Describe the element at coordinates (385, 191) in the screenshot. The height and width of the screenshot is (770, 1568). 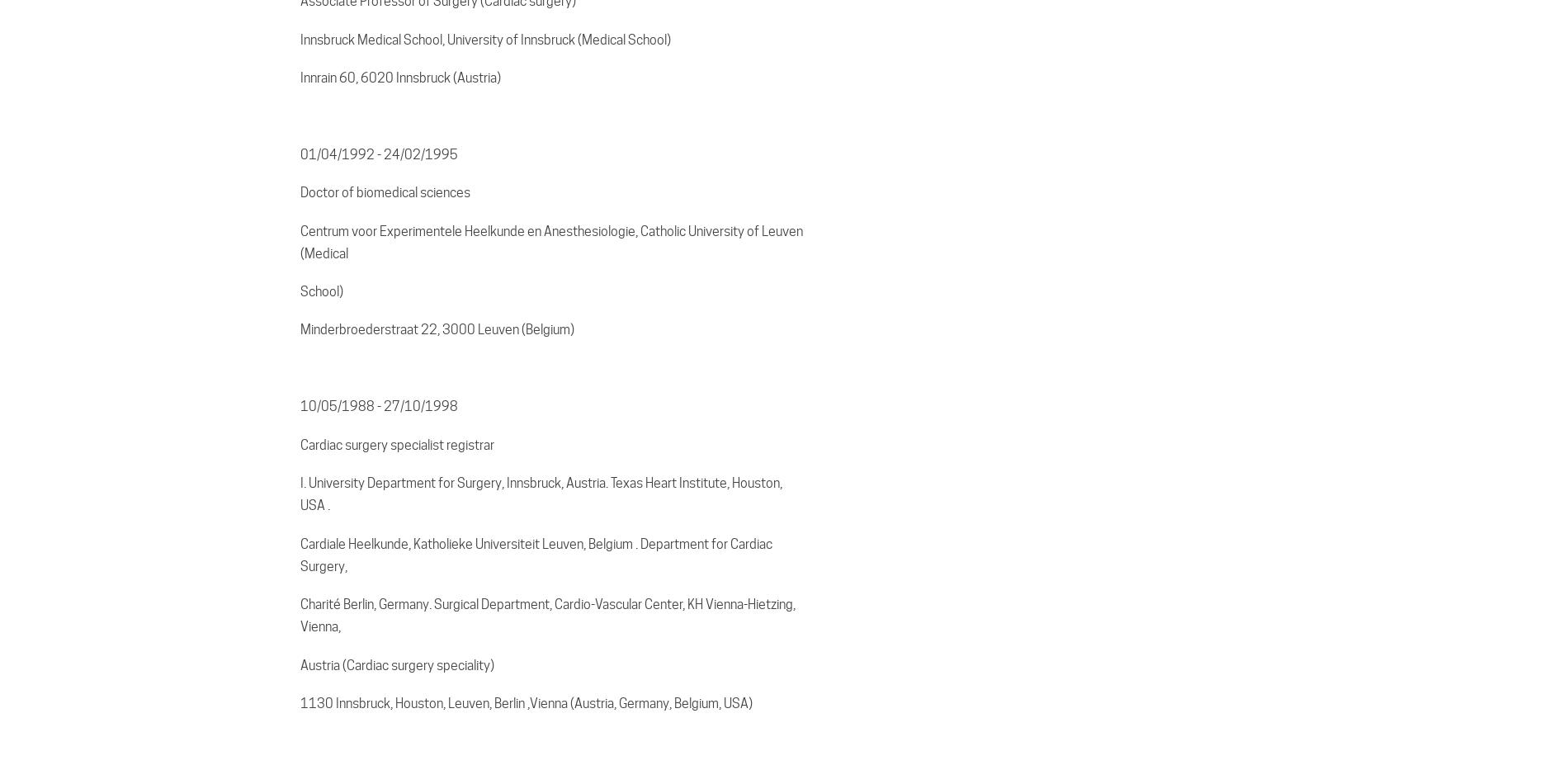
I see `'Doctor of biomedical sciences'` at that location.